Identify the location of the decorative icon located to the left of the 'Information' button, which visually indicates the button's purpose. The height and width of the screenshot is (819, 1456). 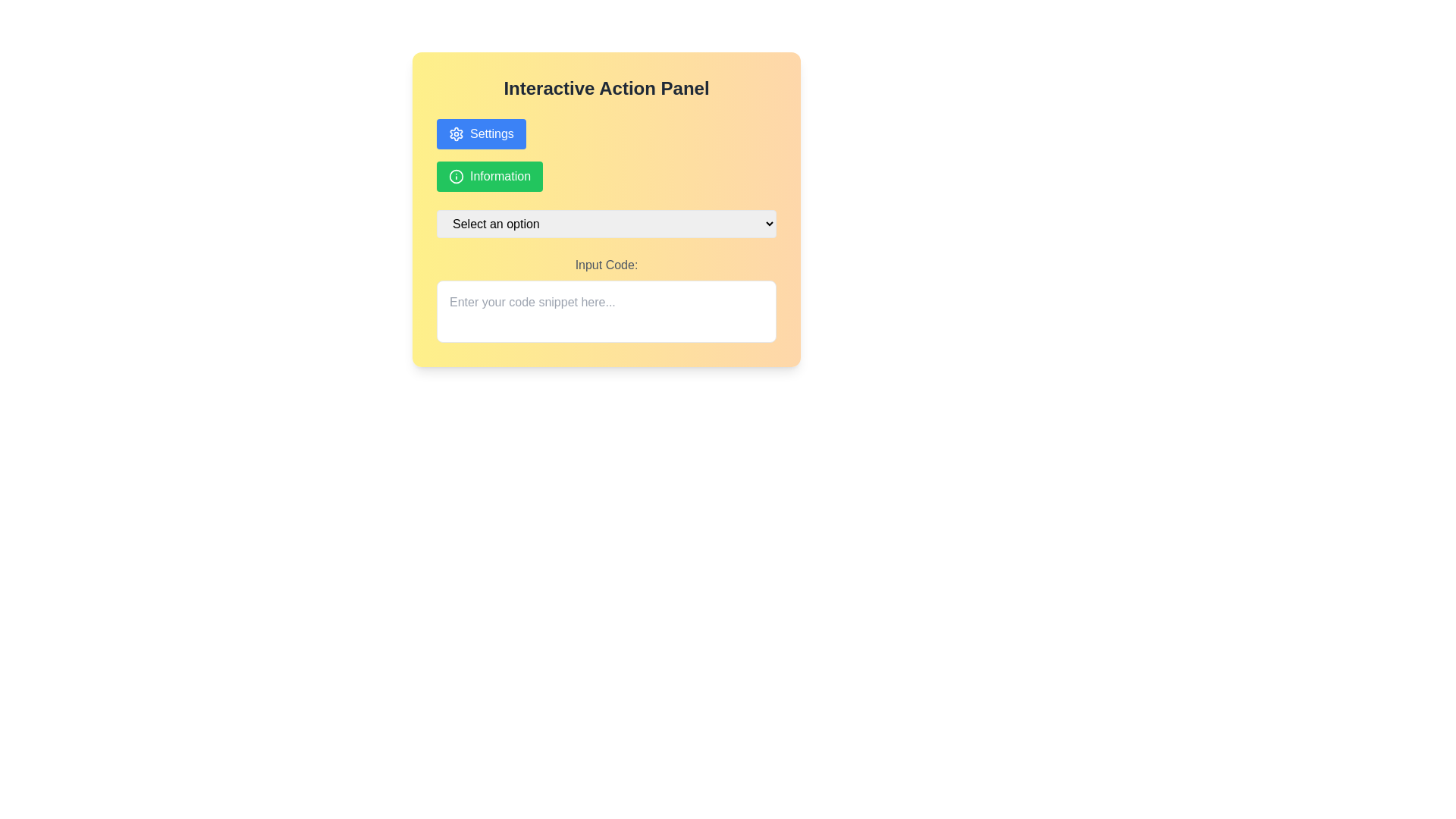
(455, 175).